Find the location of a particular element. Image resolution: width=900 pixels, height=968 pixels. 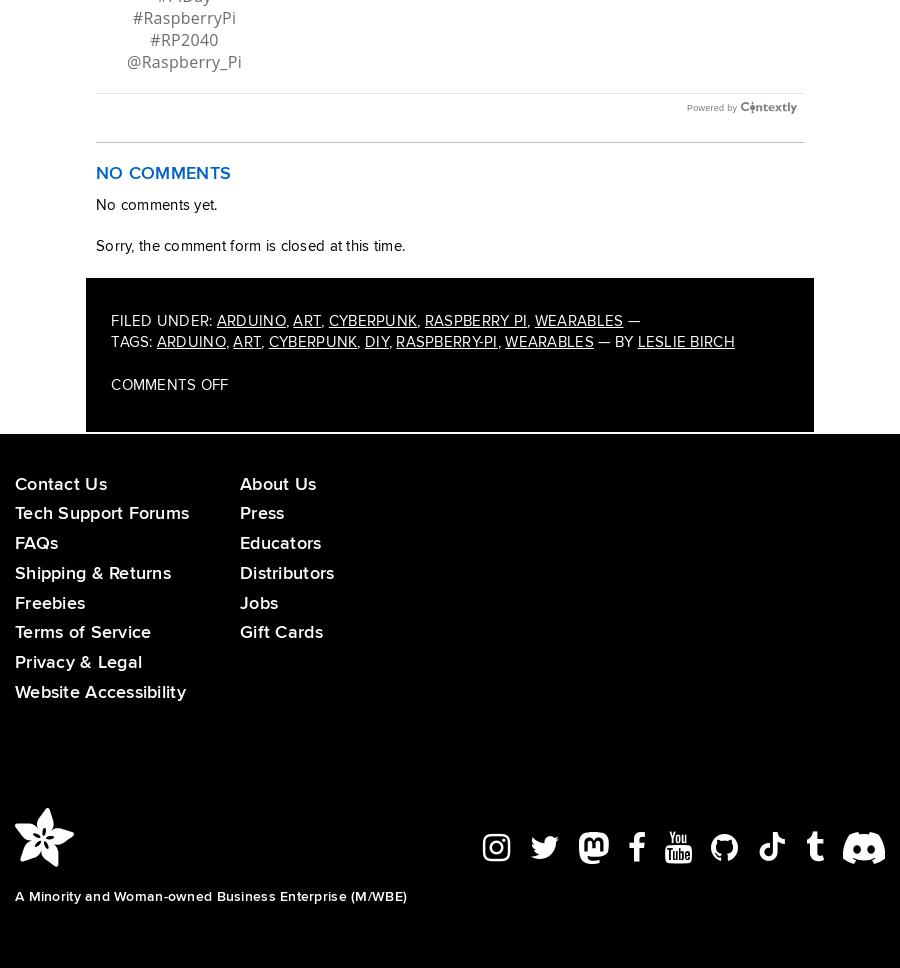

'Powered by' is located at coordinates (710, 128).